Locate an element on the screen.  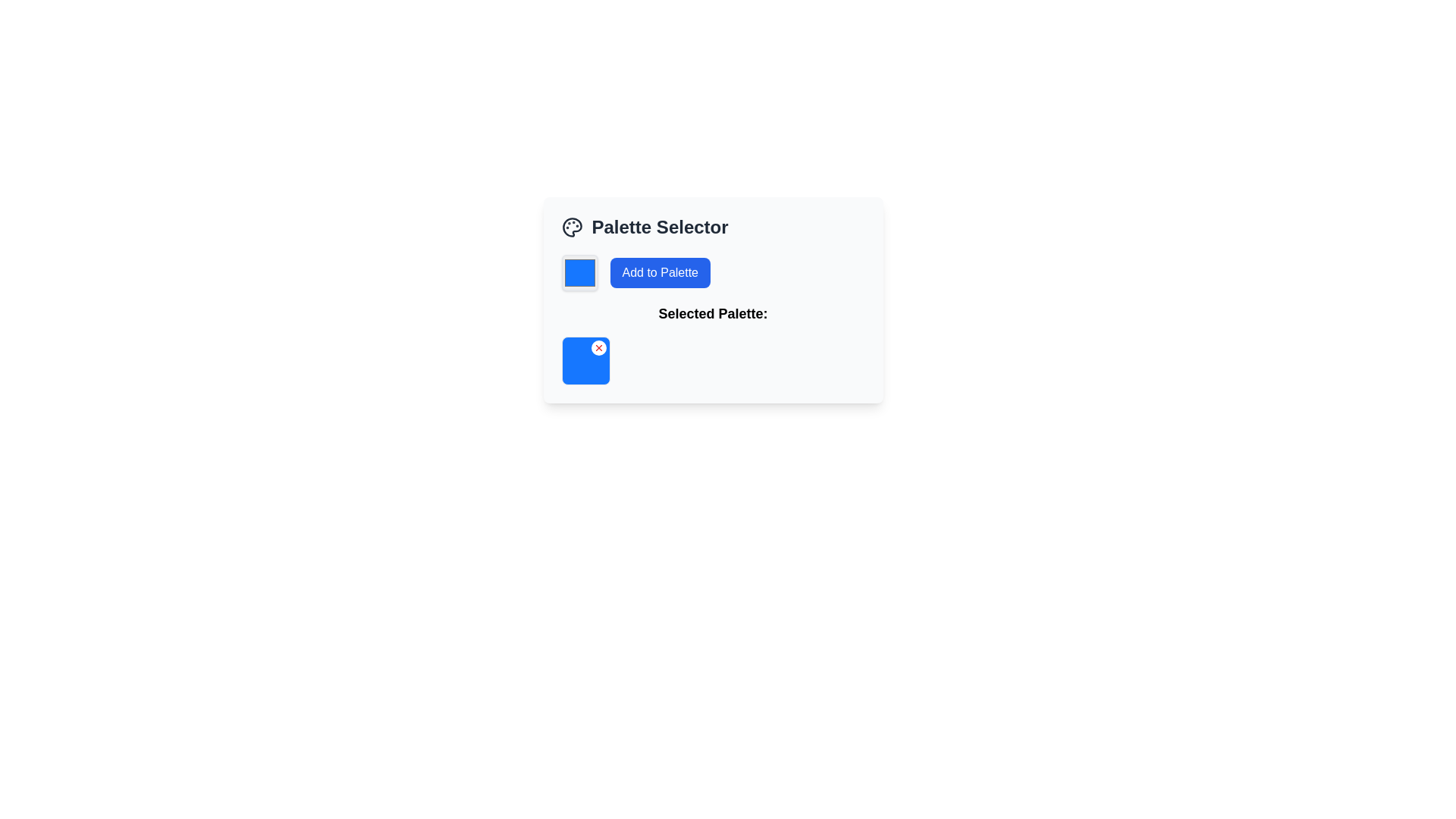
the color picker tile located to the left of the 'Add to Palette' button is located at coordinates (579, 271).